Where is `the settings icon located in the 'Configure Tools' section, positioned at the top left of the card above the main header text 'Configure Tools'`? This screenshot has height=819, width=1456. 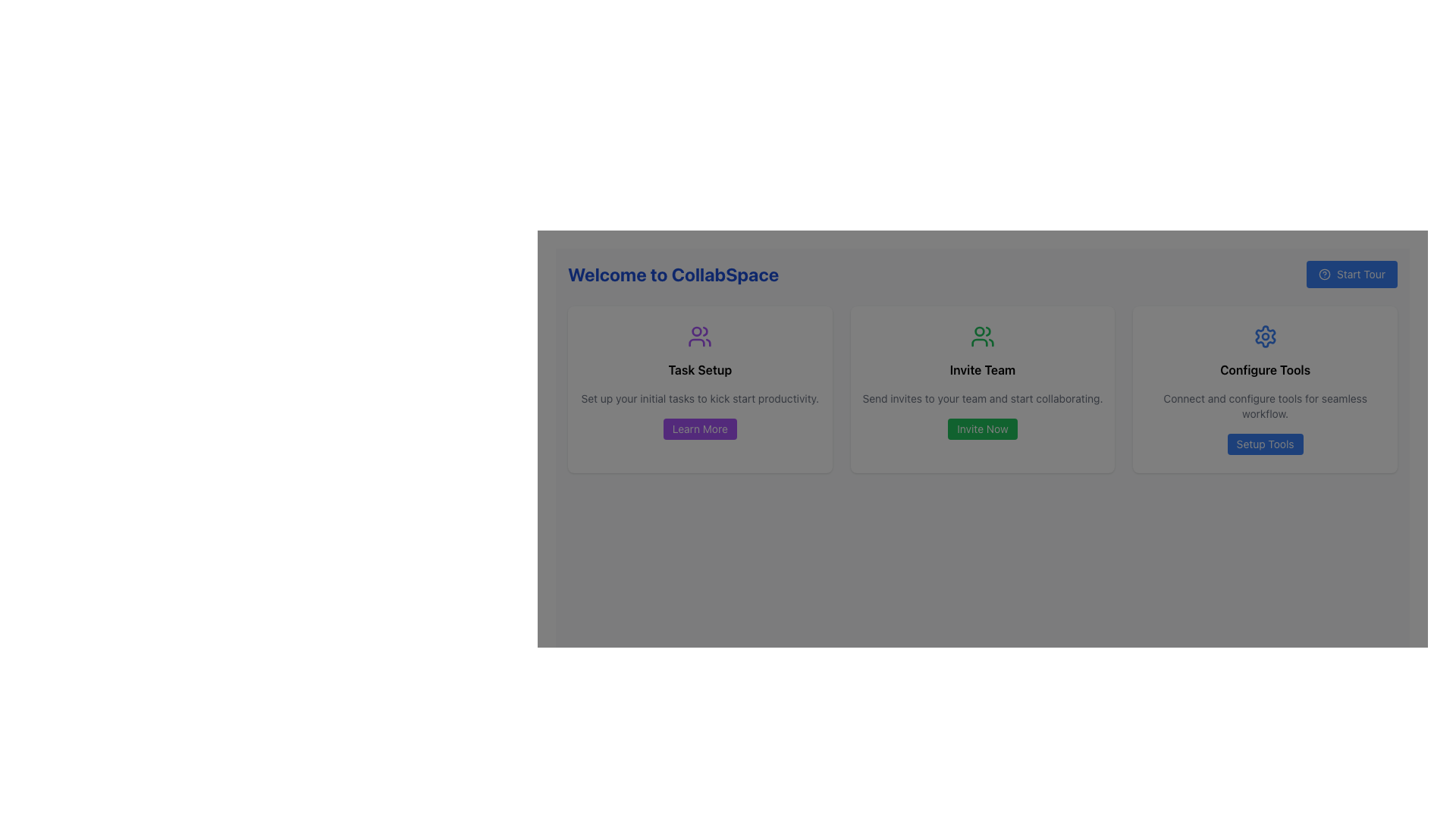 the settings icon located in the 'Configure Tools' section, positioned at the top left of the card above the main header text 'Configure Tools' is located at coordinates (1265, 335).